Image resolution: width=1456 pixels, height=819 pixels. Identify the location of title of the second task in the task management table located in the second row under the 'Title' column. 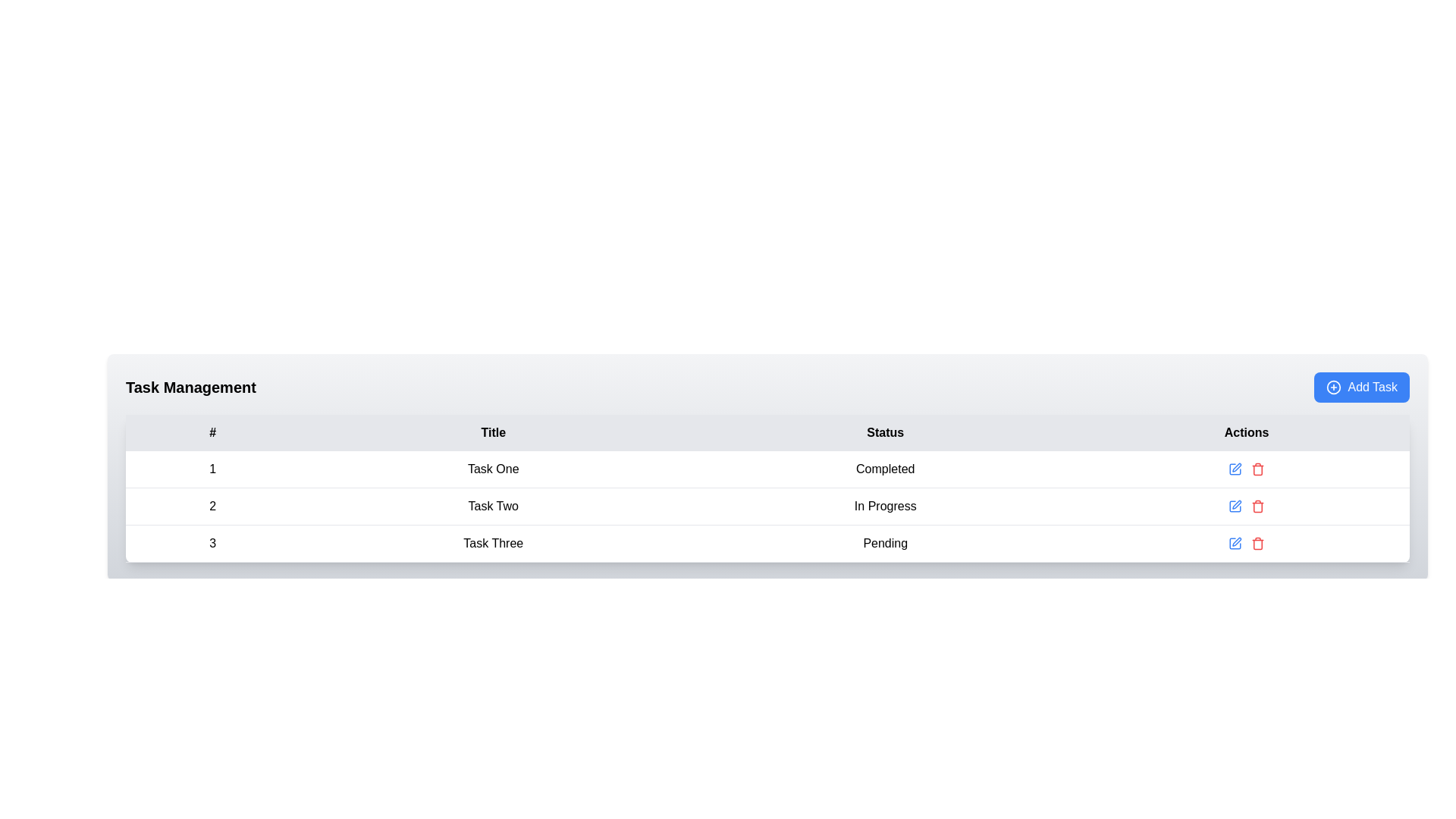
(493, 506).